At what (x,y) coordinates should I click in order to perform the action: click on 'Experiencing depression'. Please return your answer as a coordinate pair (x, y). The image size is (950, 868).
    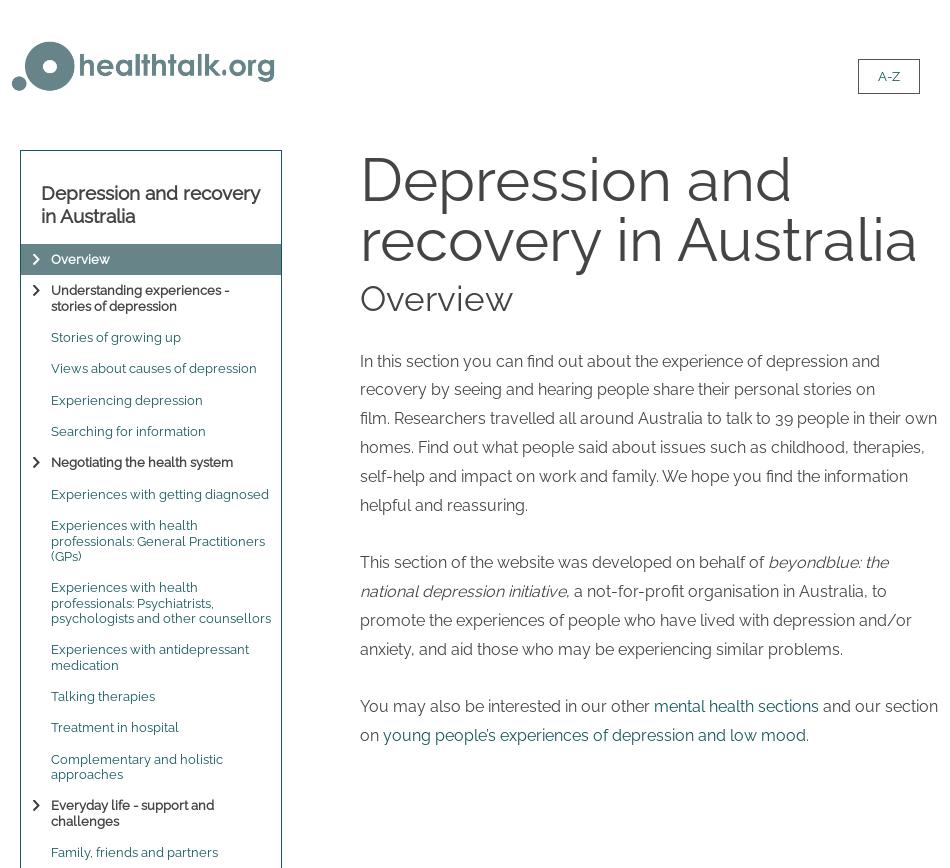
    Looking at the image, I should click on (127, 399).